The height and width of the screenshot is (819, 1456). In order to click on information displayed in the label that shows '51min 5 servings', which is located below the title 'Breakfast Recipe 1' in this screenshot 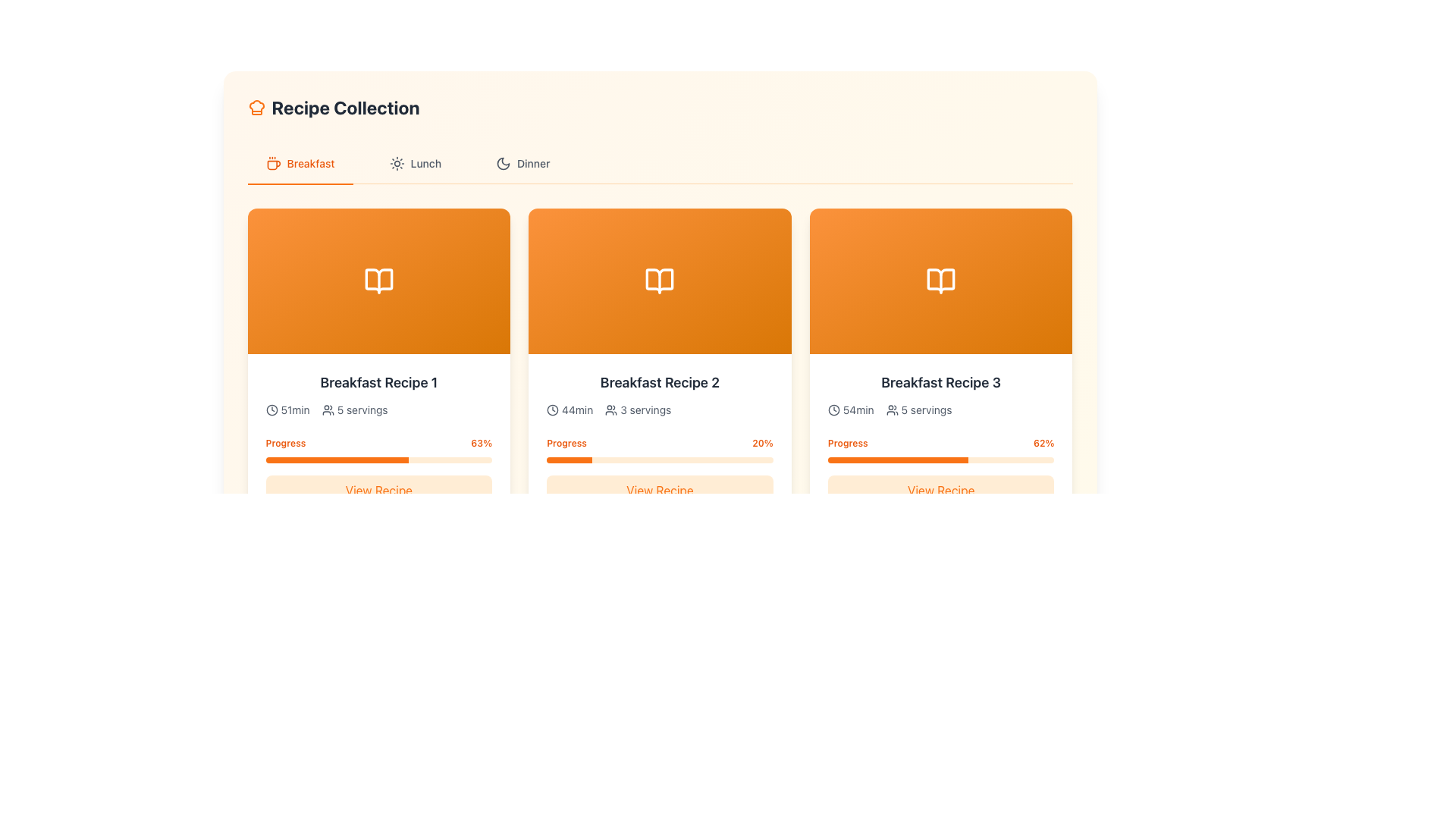, I will do `click(378, 409)`.